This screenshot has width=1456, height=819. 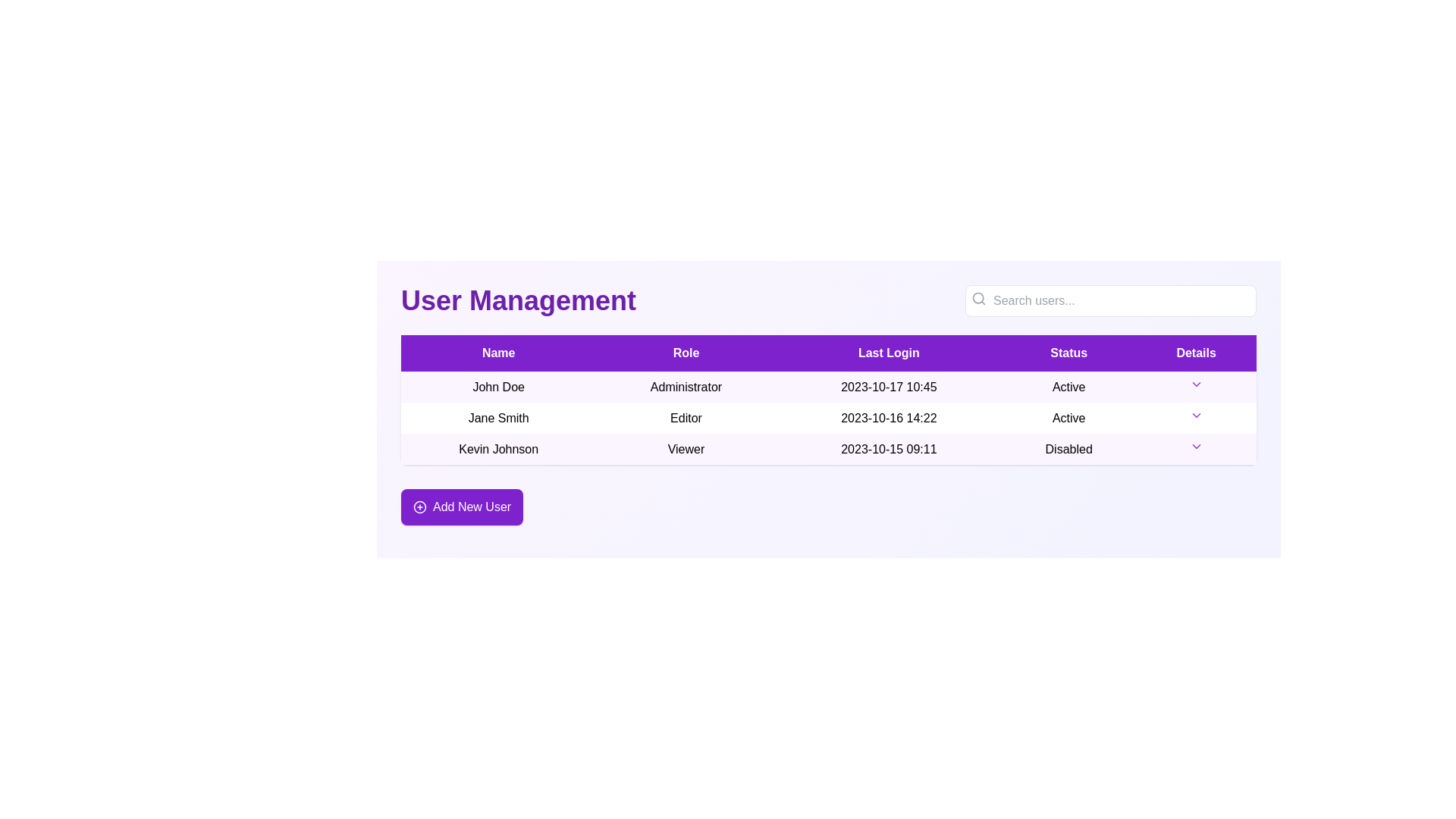 I want to click on the search bar containing the gray magnifying glass search icon located in the top-left corner adjacent to the placeholder text 'Search users...', so click(x=979, y=298).